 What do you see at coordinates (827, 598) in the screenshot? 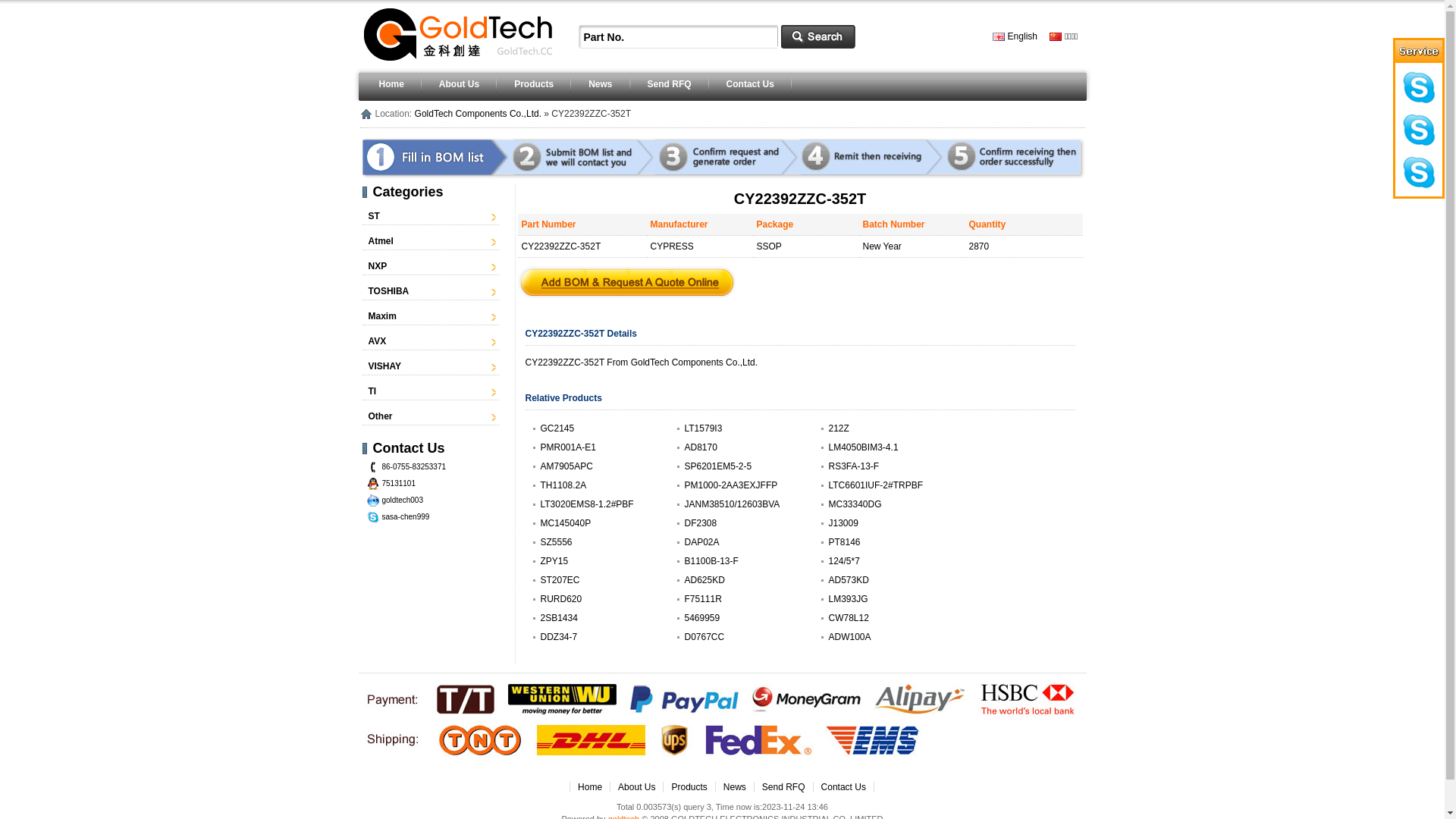
I see `'LM393JG'` at bounding box center [827, 598].